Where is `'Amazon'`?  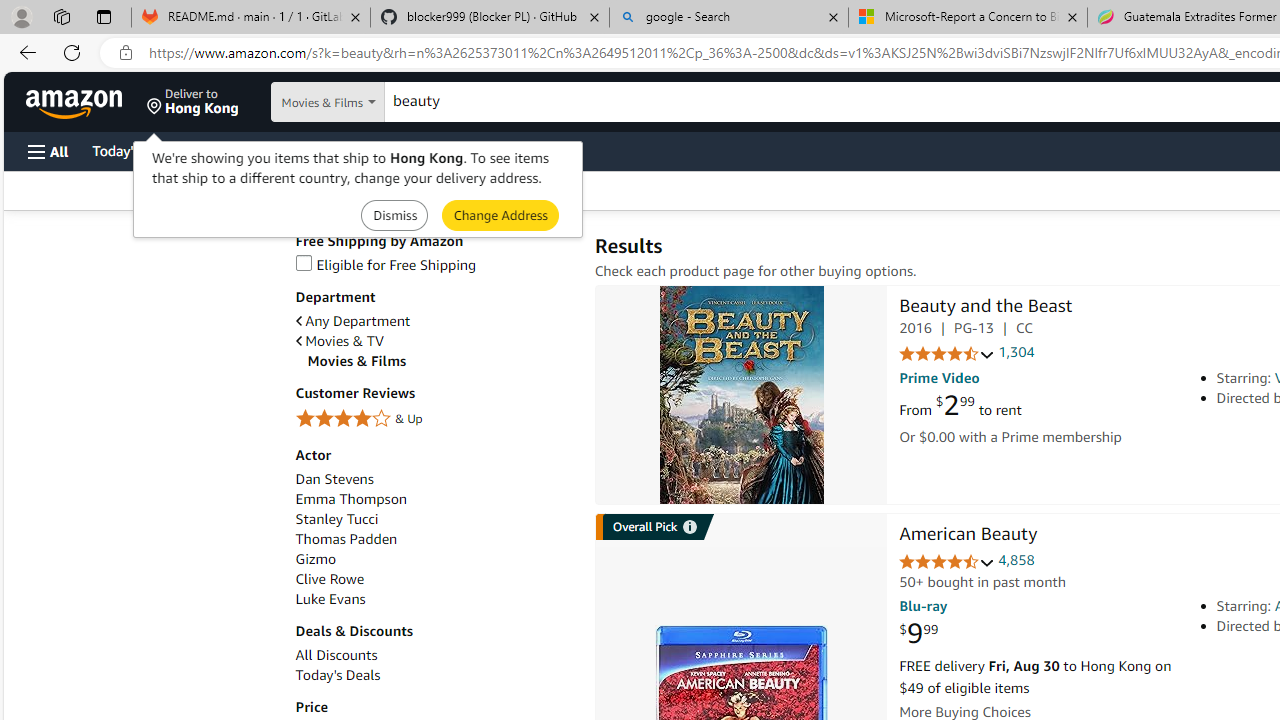 'Amazon' is located at coordinates (76, 101).